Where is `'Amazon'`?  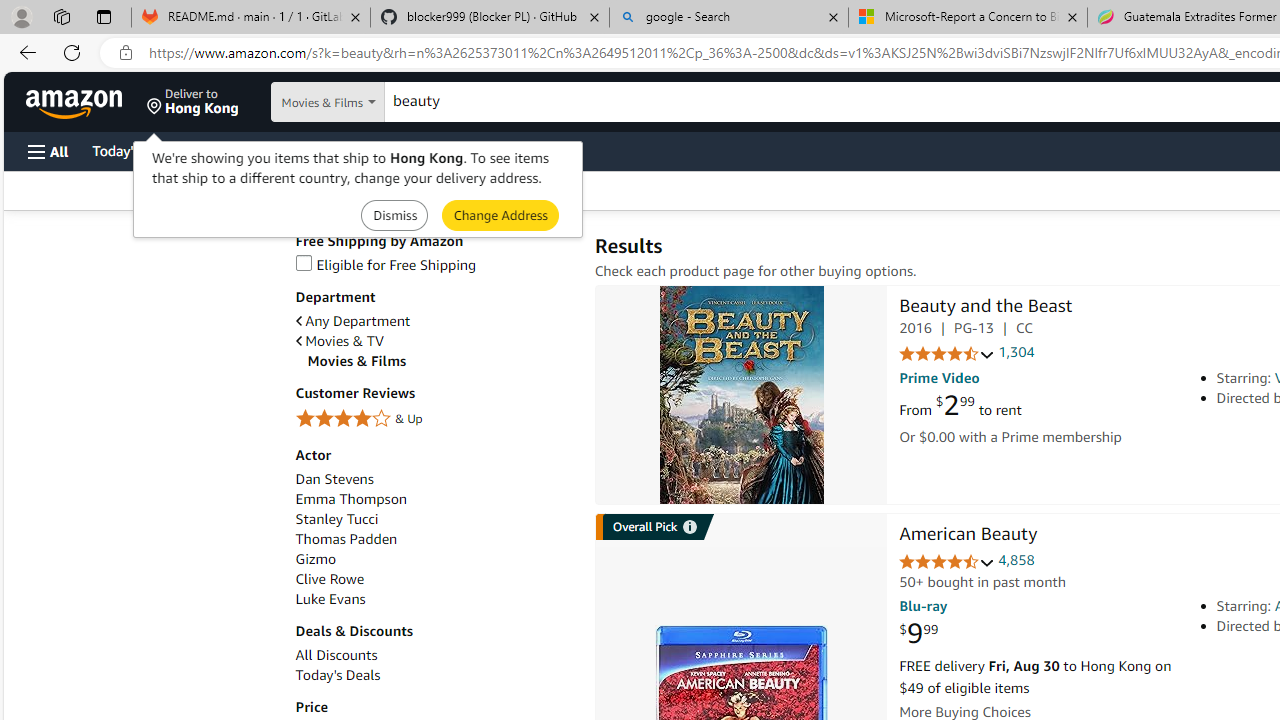 'Amazon' is located at coordinates (76, 101).